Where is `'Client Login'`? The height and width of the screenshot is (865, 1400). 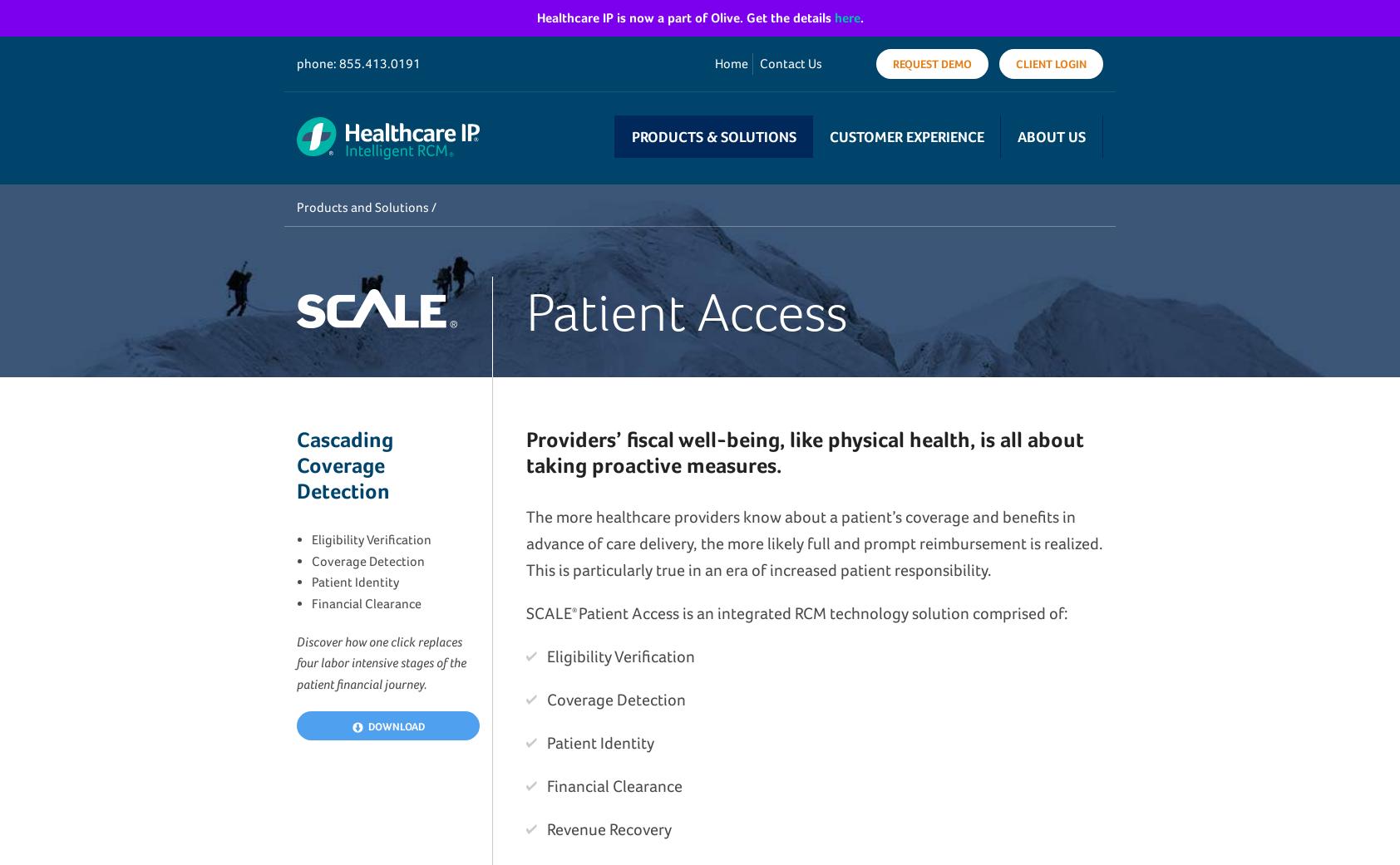 'Client Login' is located at coordinates (1050, 63).